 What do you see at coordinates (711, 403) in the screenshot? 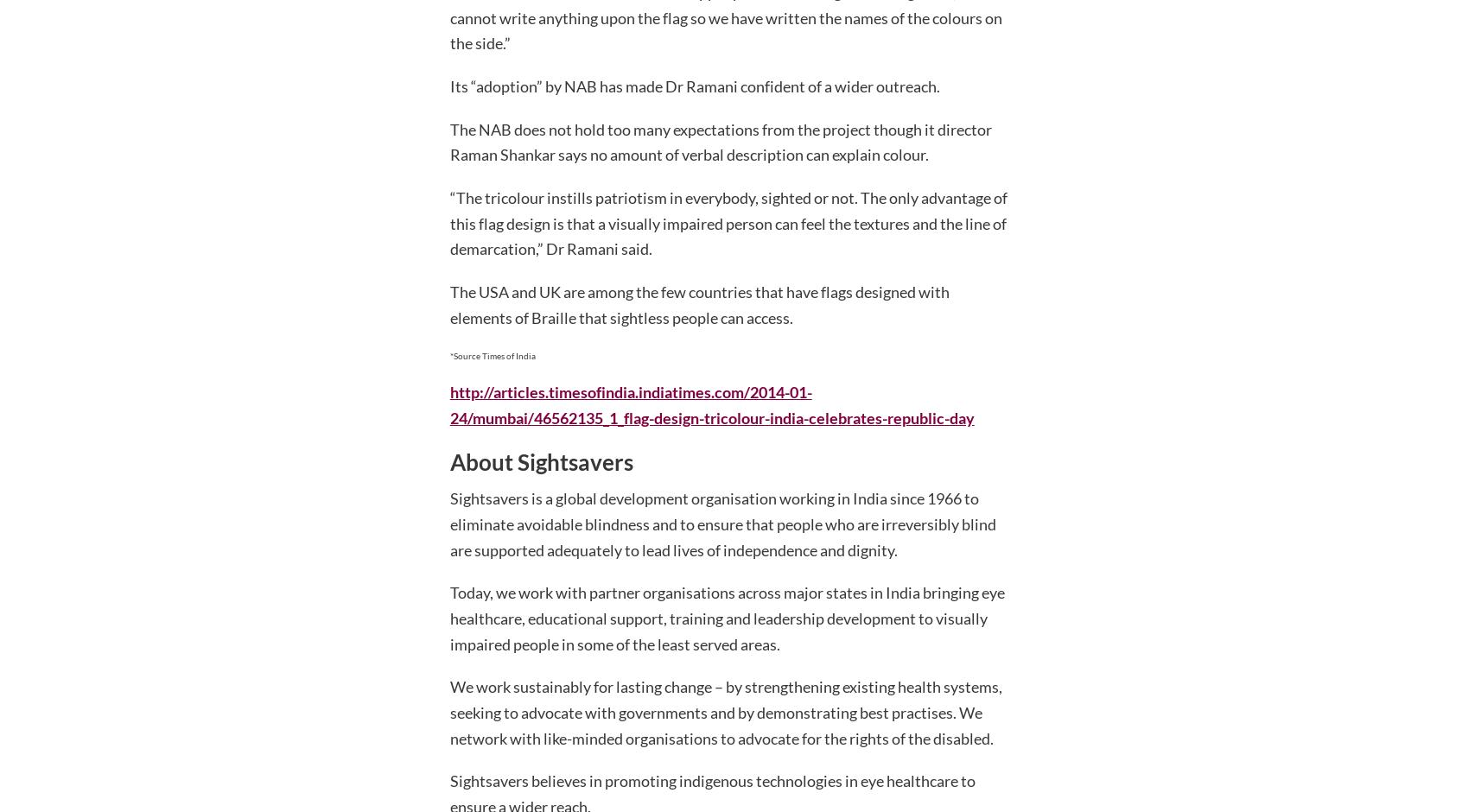
I see `'http://articles.timesofindia.indiatimes.com/2014-01-24/mumbai/46562135_1_flag-design-tricolour-india-celebrates-republic-day'` at bounding box center [711, 403].